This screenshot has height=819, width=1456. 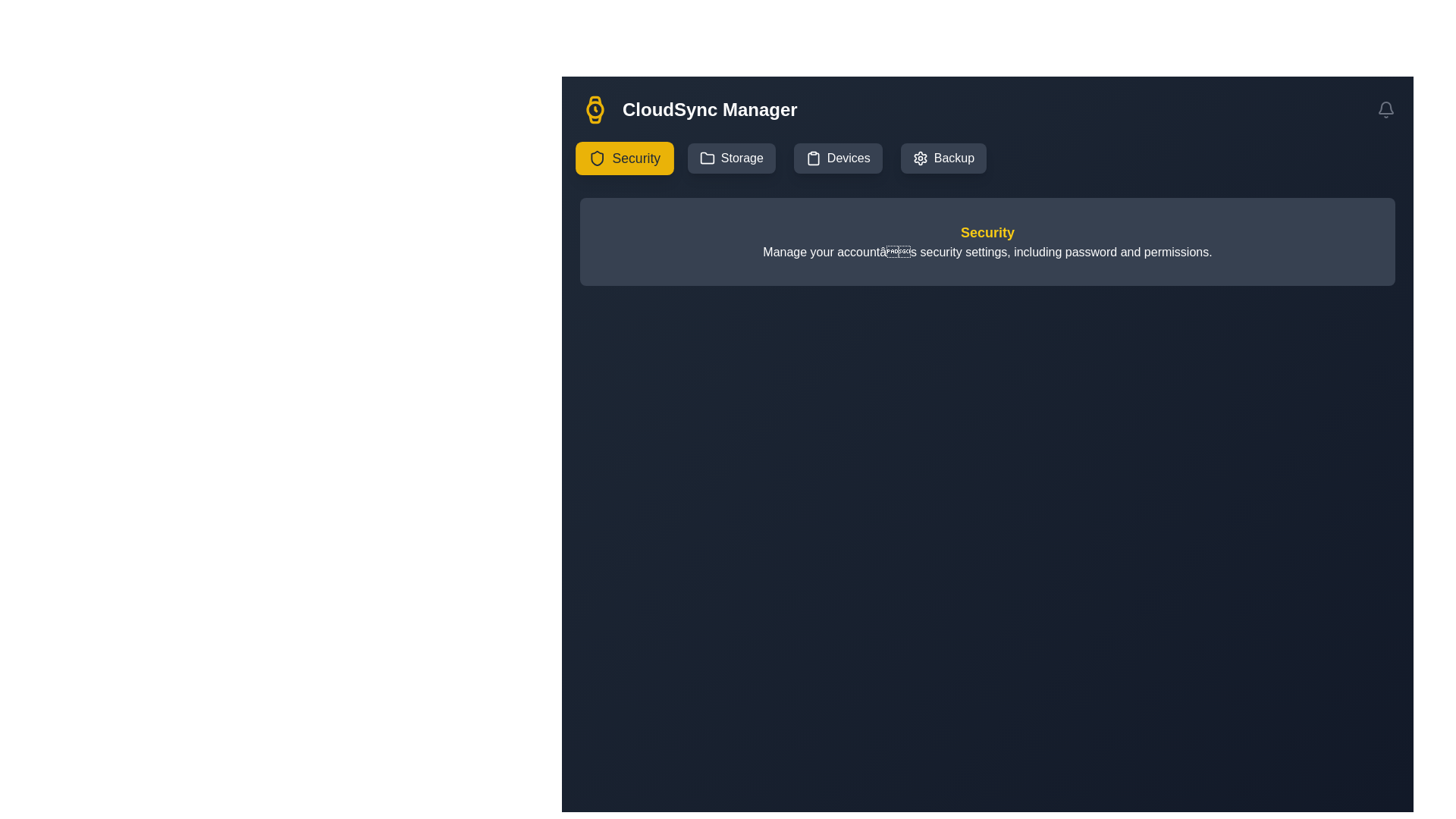 I want to click on the descriptive text block about 'Security' settings, which is located directly below the 'Security' heading and aligns centrally in the section, so click(x=987, y=251).